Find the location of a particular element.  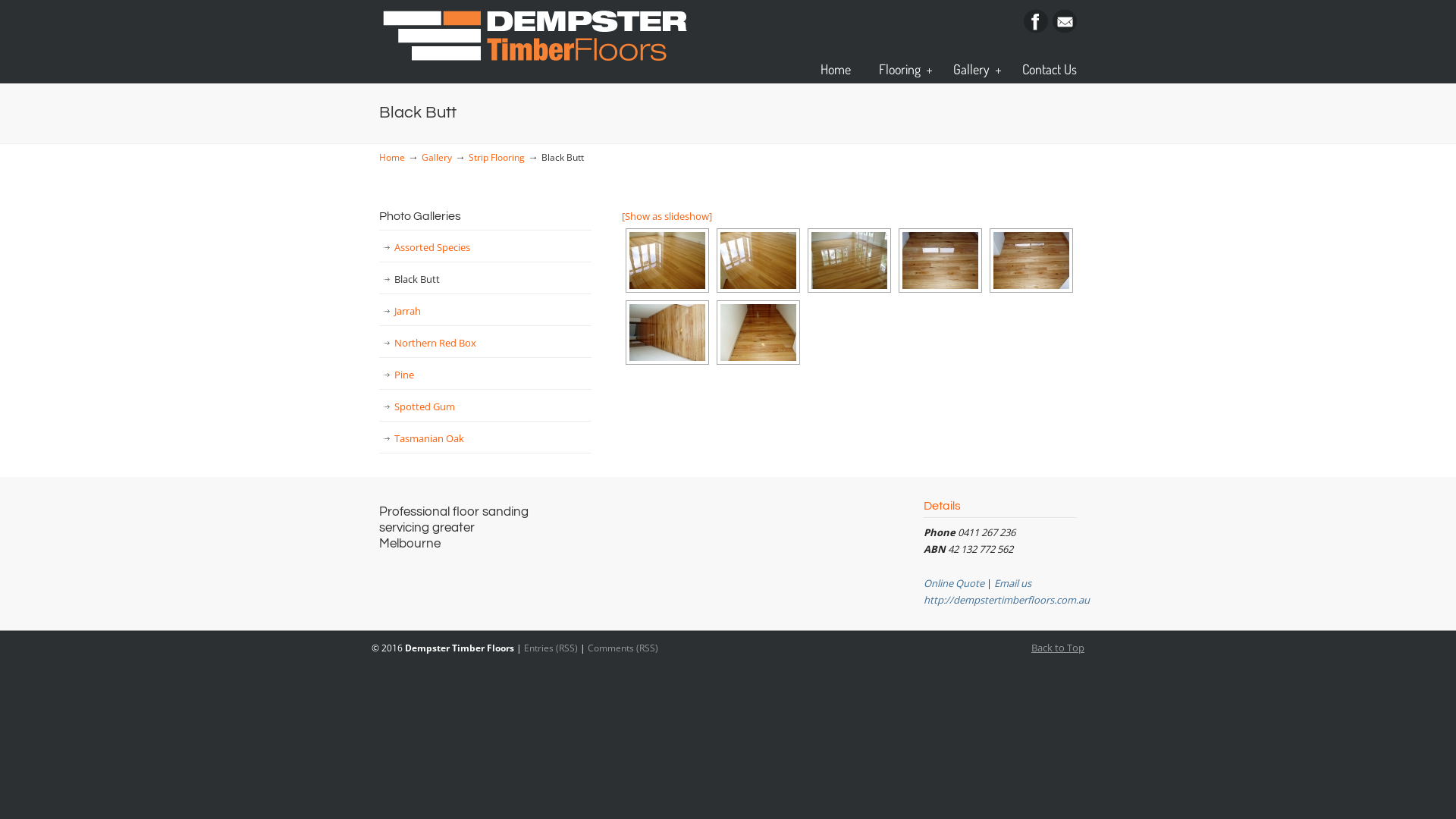

'Comments (RSS)' is located at coordinates (586, 647).